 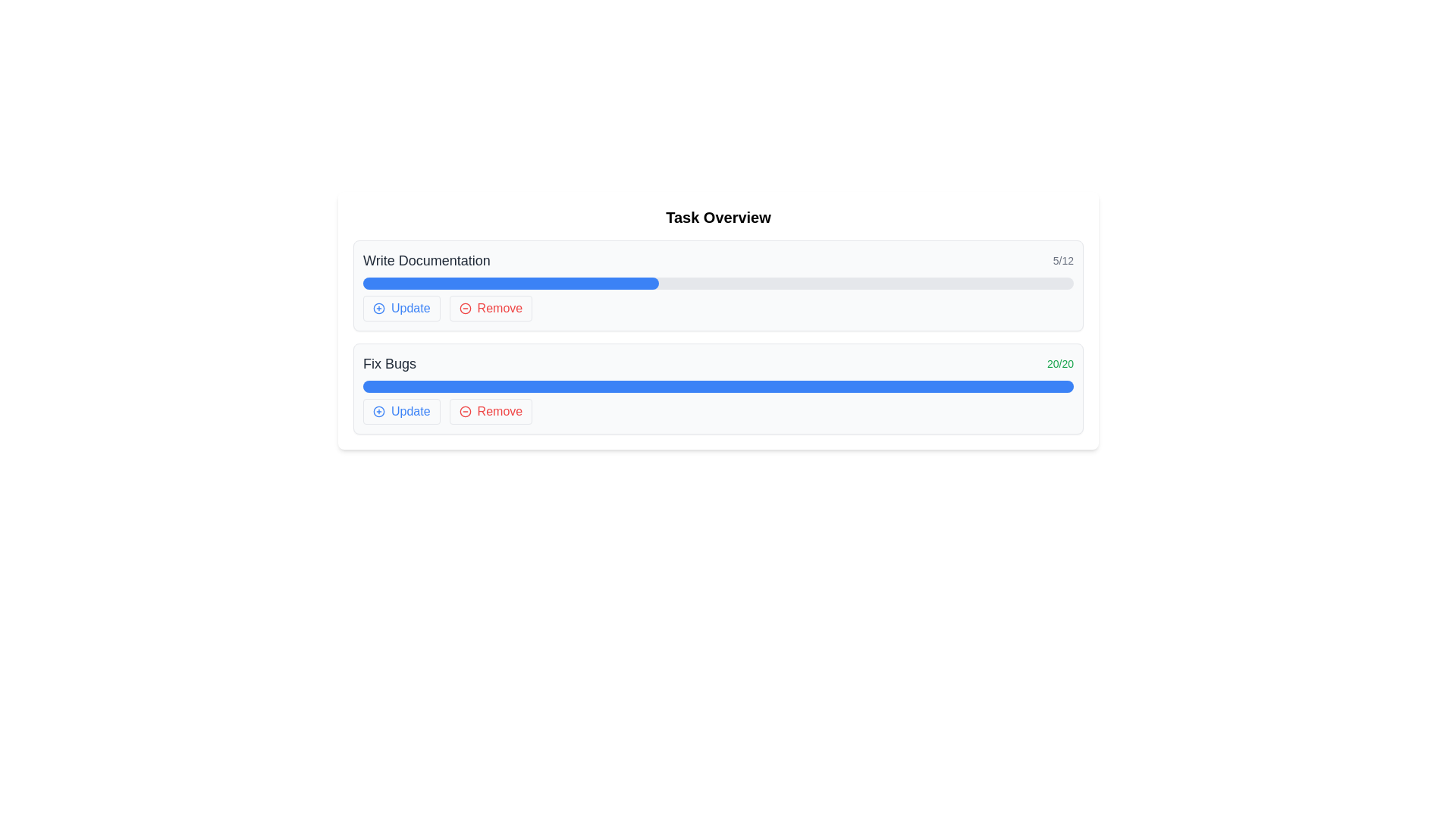 What do you see at coordinates (464, 412) in the screenshot?
I see `the circular portion of the 'Remove' action icon, which is a part of the circle-minus icon located below the 'Fix Bugs' task` at bounding box center [464, 412].